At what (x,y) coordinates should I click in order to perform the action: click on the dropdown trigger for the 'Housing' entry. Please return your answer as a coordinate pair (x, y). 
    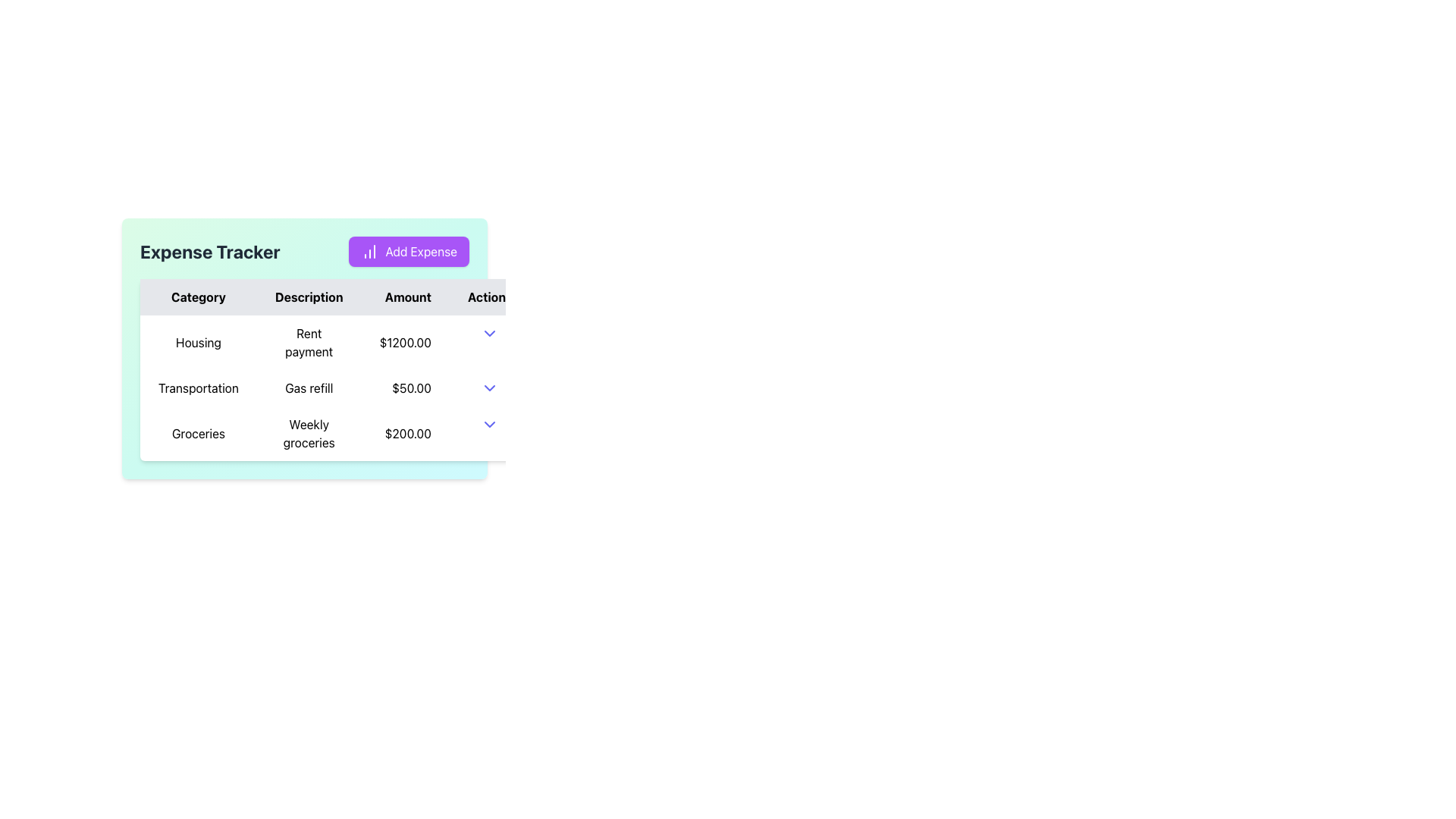
    Looking at the image, I should click on (490, 332).